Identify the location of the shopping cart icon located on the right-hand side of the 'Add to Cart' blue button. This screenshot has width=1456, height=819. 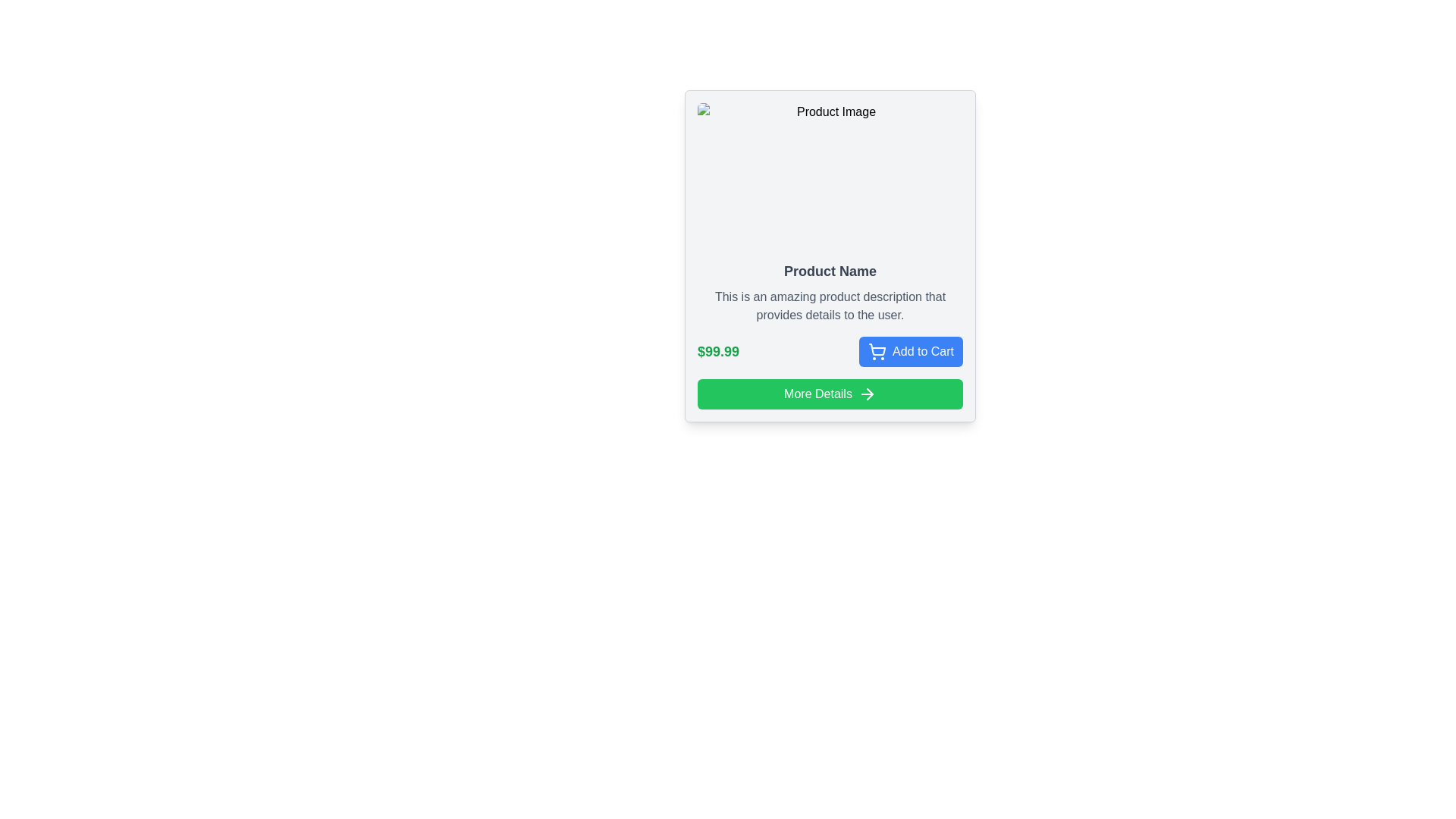
(877, 351).